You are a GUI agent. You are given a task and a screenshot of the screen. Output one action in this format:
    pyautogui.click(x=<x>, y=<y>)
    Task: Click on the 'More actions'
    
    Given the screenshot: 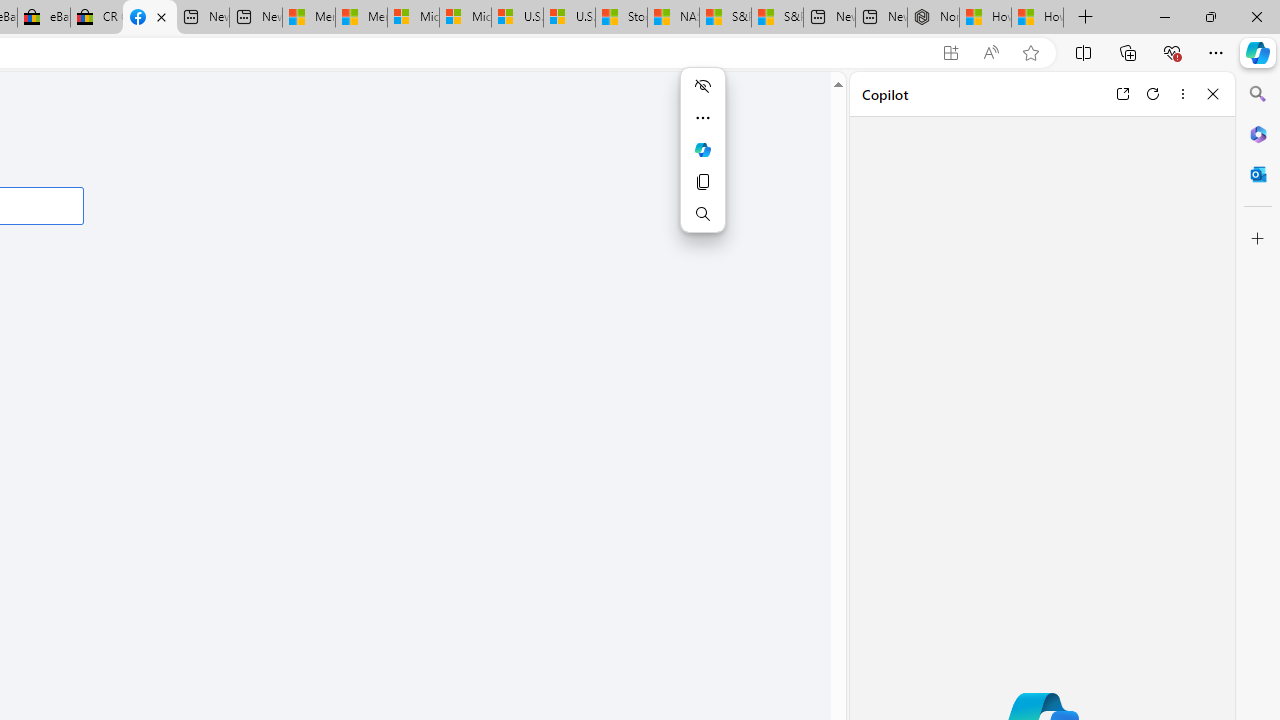 What is the action you would take?
    pyautogui.click(x=702, y=118)
    